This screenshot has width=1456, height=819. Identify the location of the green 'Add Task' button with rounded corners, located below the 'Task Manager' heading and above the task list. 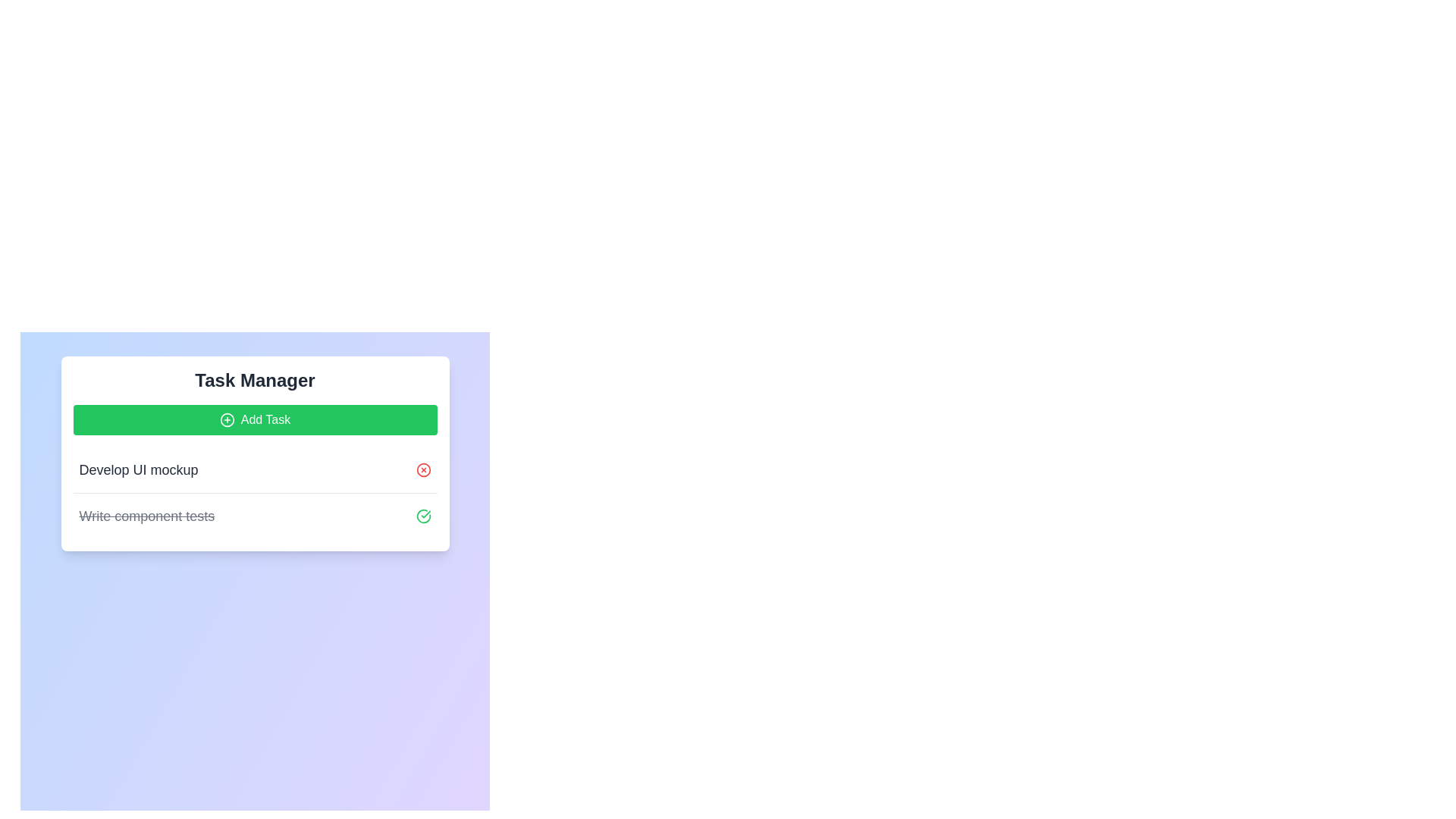
(255, 420).